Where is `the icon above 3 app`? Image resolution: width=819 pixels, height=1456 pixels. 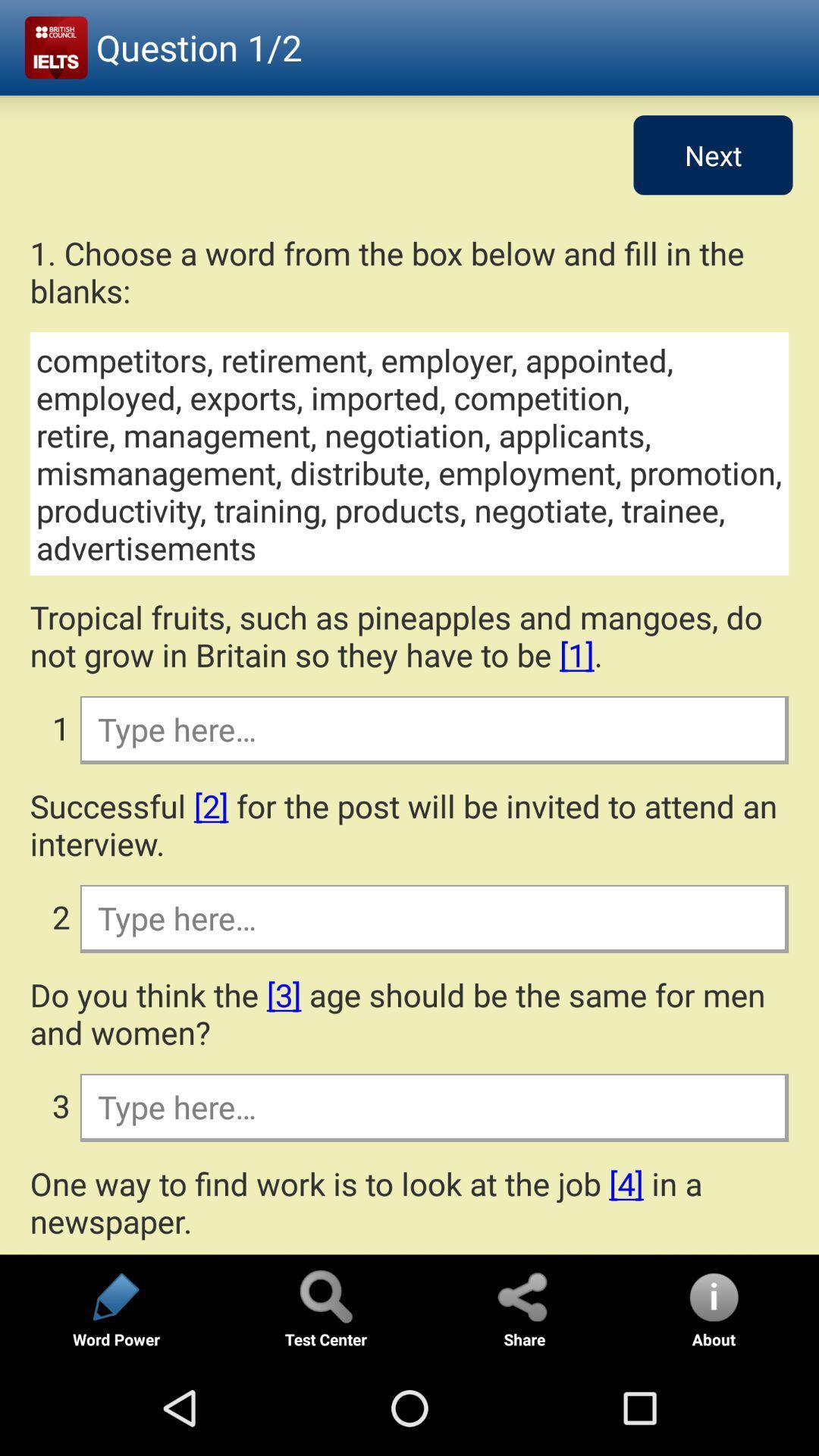
the icon above 3 app is located at coordinates (409, 1013).